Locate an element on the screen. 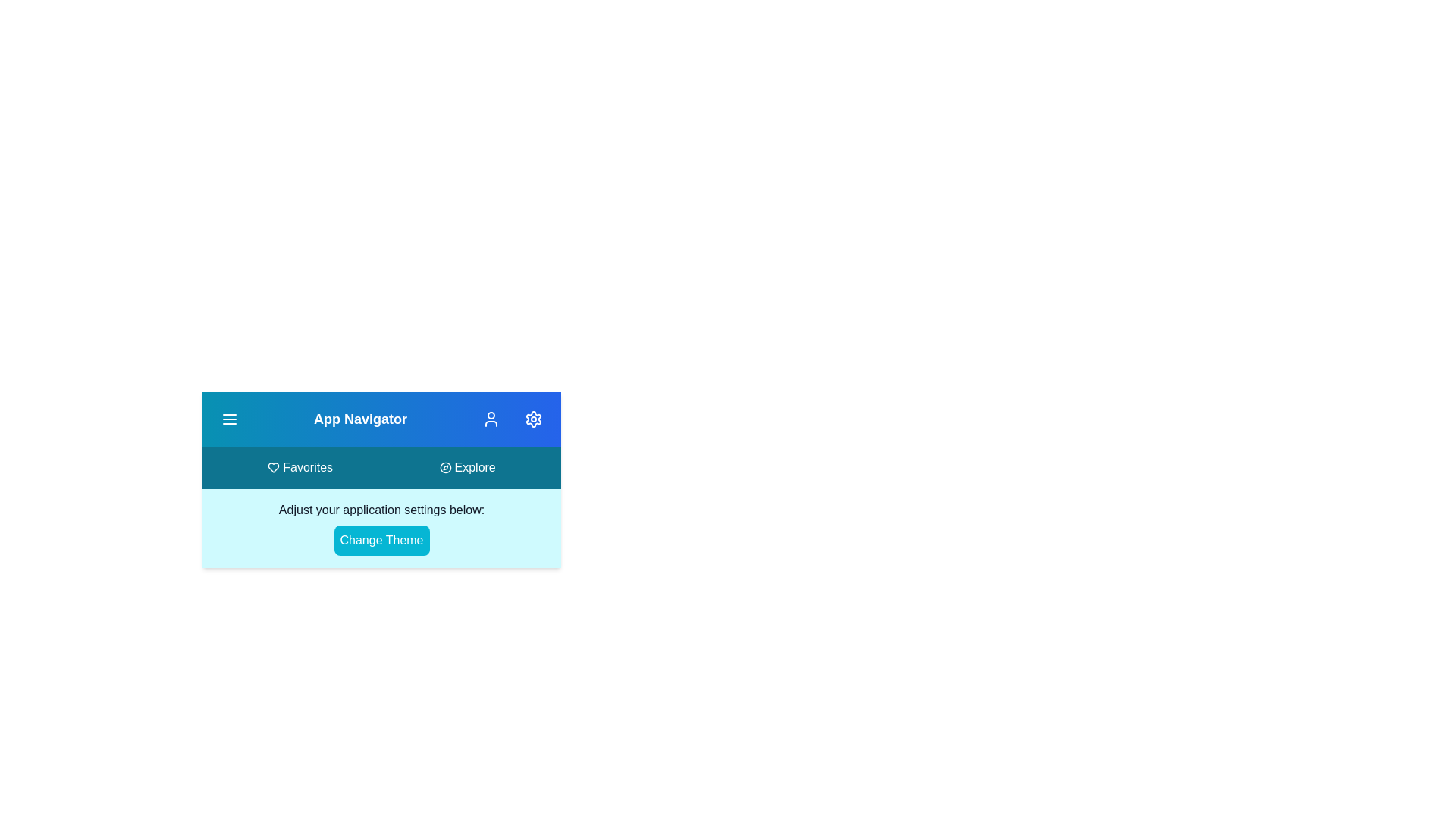 The width and height of the screenshot is (1456, 819). the heart-shaped icon in dark teal color located next to the text 'Favorites' is located at coordinates (274, 467).